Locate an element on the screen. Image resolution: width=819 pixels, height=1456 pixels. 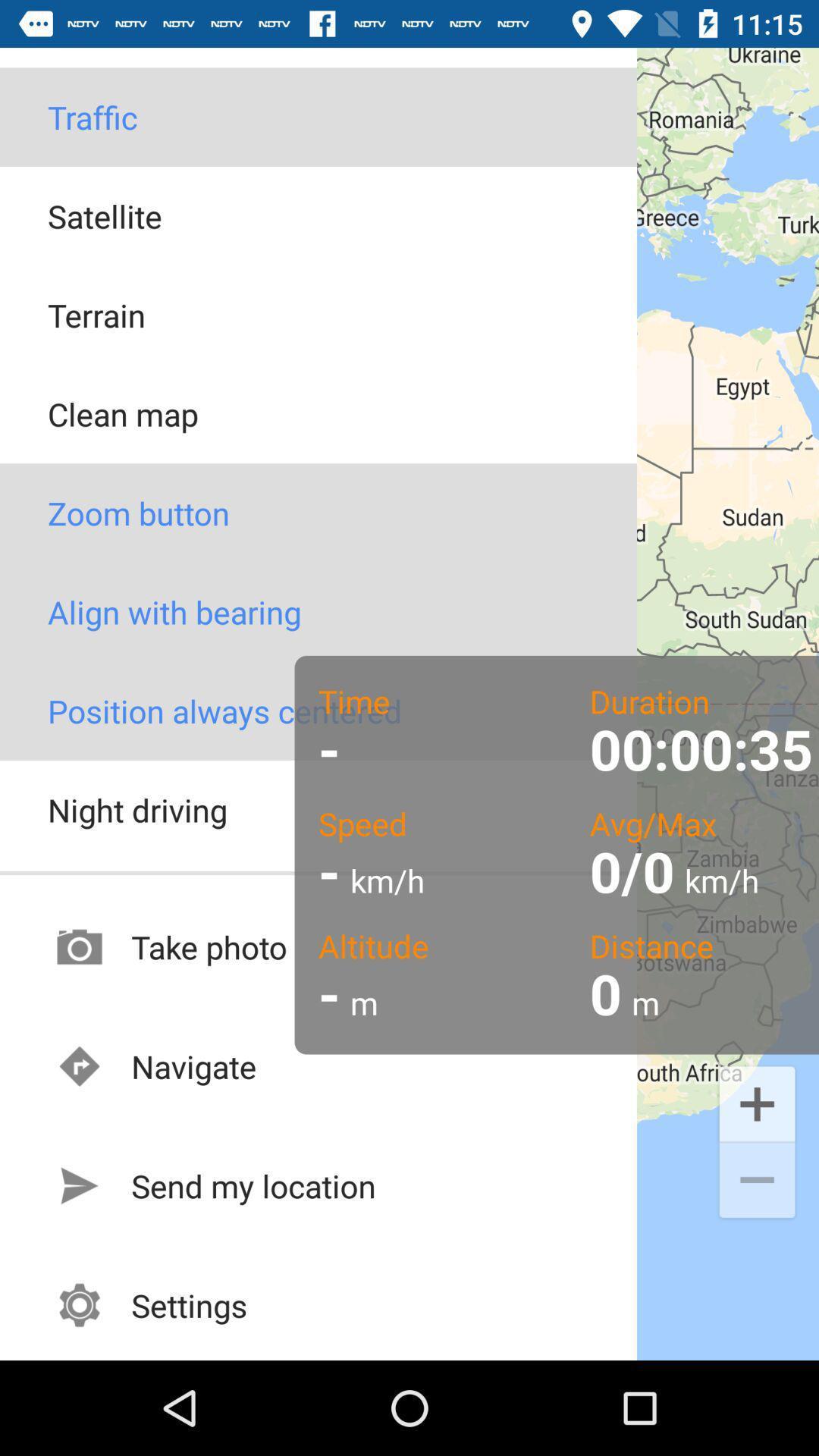
the add icon is located at coordinates (757, 1103).